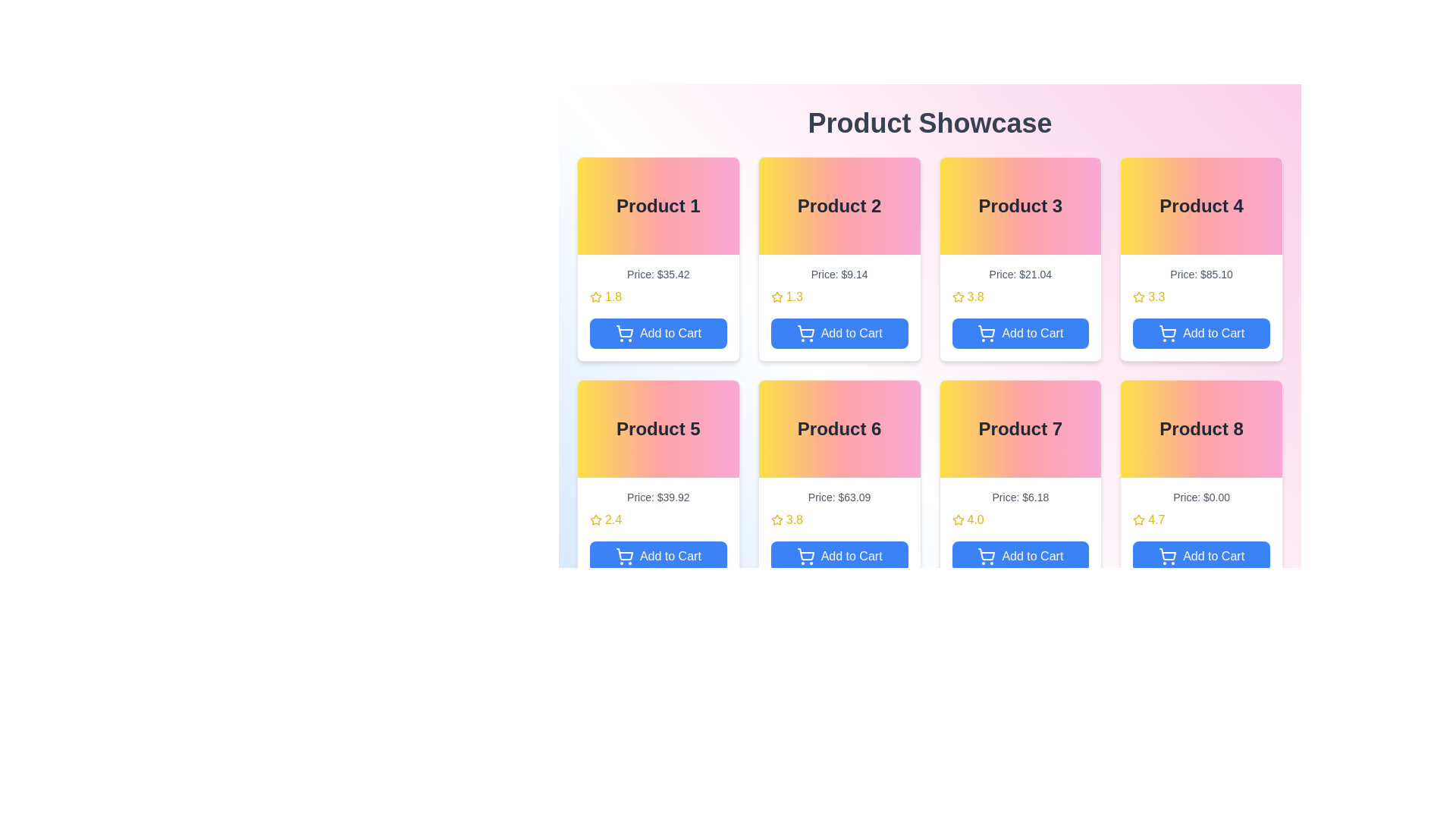  What do you see at coordinates (1200, 429) in the screenshot?
I see `the header label displaying 'Product 8' in the bottom-right corner of the product card grid` at bounding box center [1200, 429].